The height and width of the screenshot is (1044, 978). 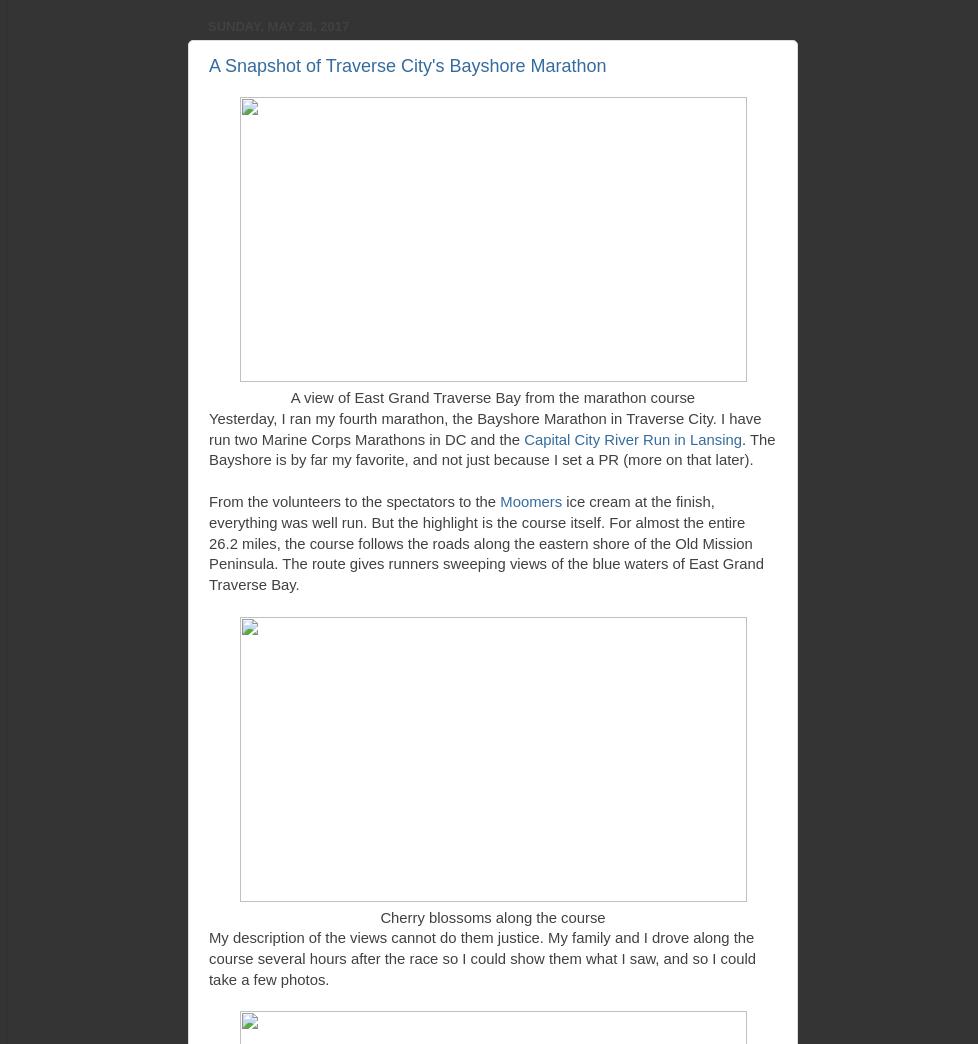 I want to click on 'My description of the views cannot do them justice. My family and I drove along the course several hours after the race so I could show them what I saw, and so I could take a few photos.', so click(x=481, y=957).